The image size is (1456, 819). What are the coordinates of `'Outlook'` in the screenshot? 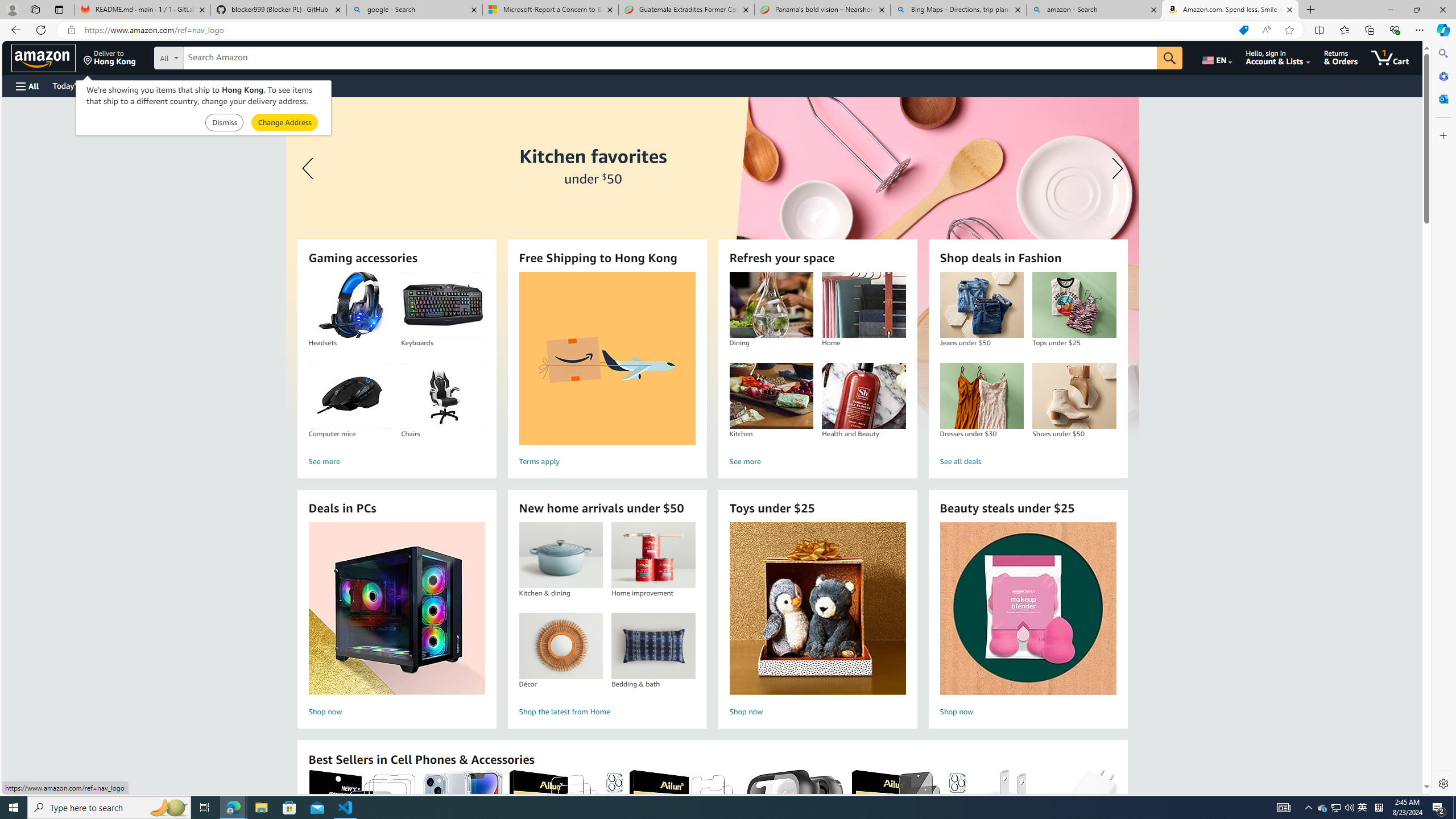 It's located at (1442, 98).